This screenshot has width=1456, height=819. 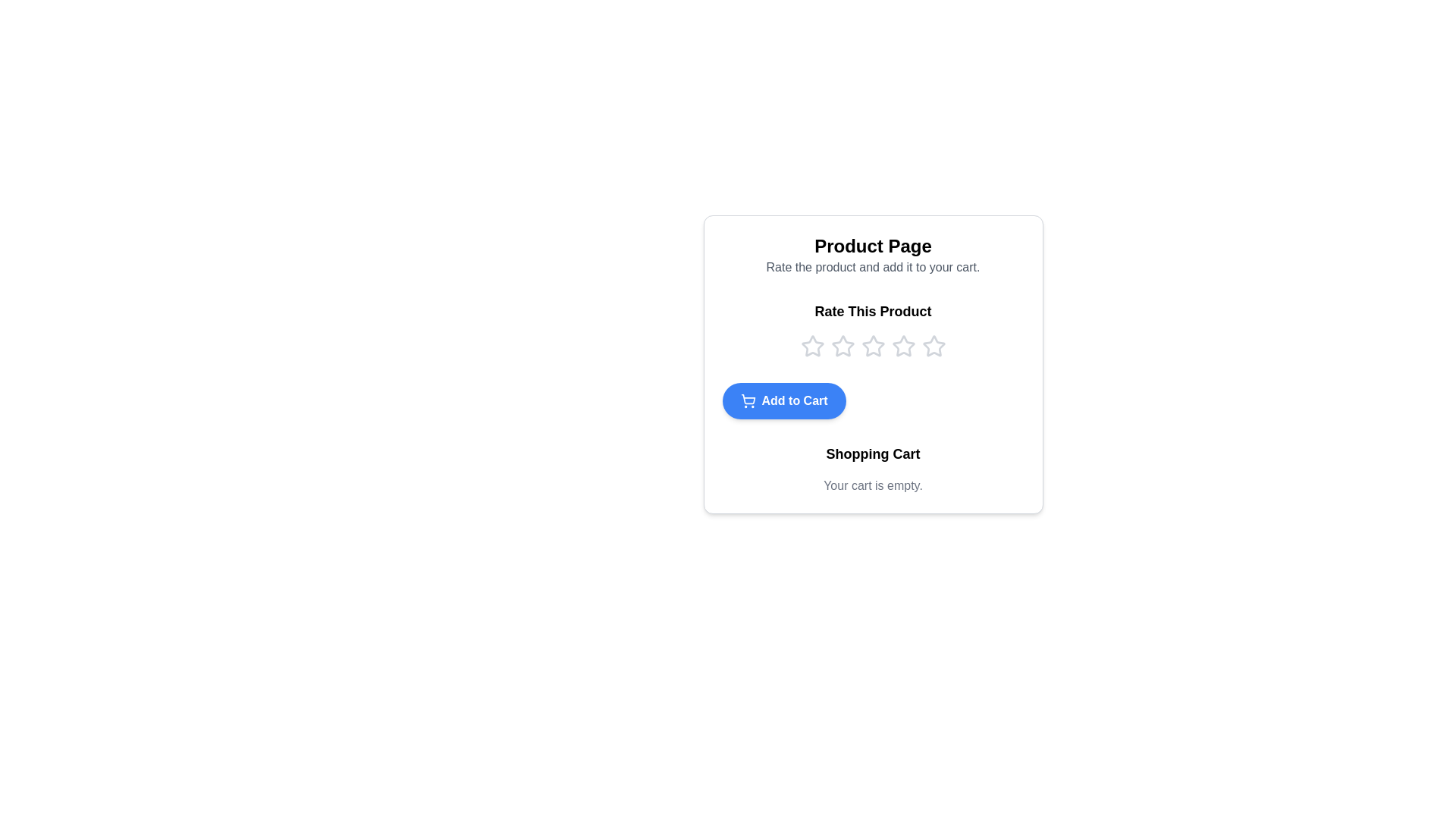 I want to click on the instructional text label that provides guidance on rating the product and adding it to the cart, positioned below the 'Product Page' header, so click(x=873, y=267).